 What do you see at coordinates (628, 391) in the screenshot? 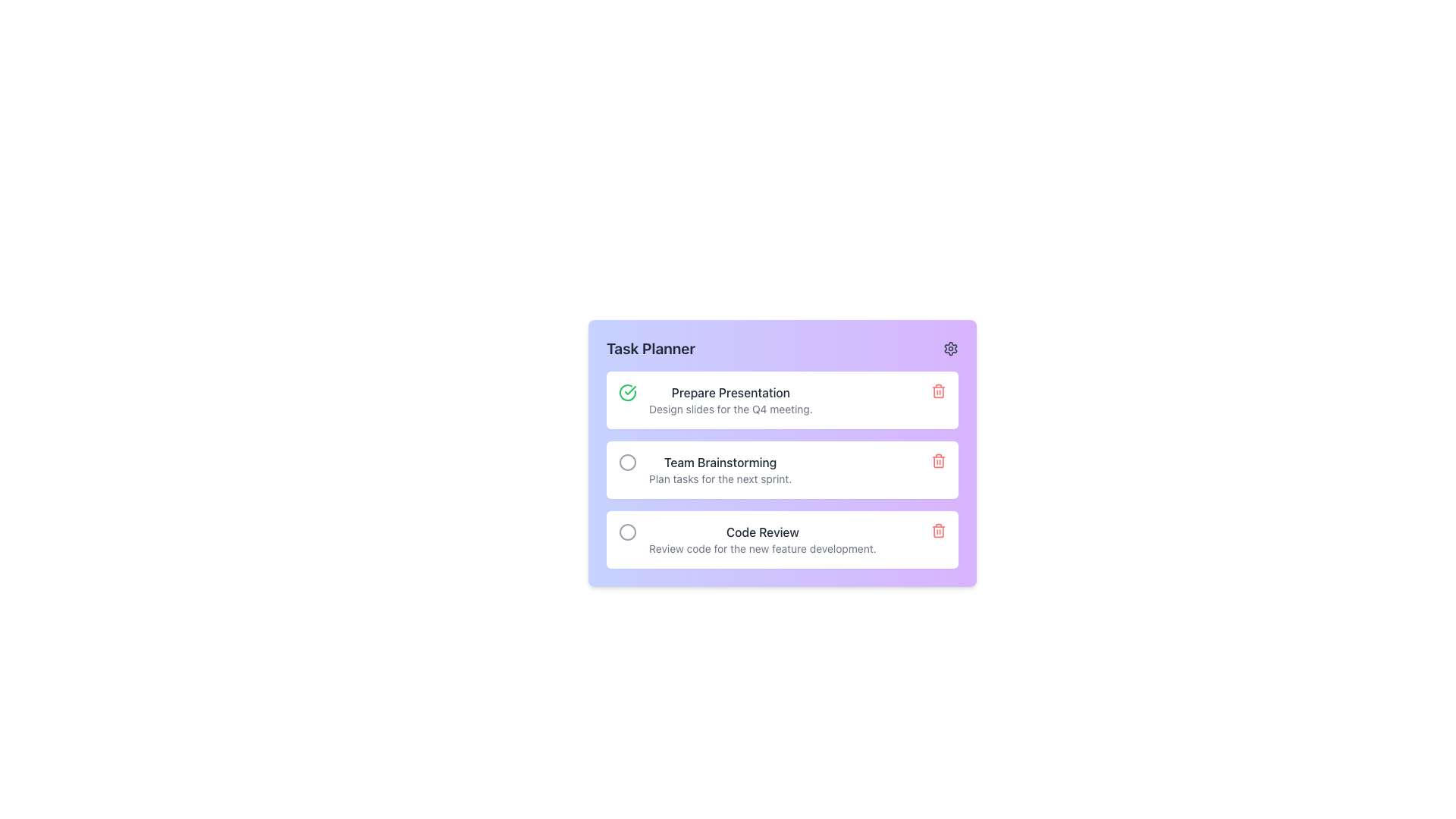
I see `the circular icon with a checkmark inside, located to the left of the text 'Prepare Presentation' in the 'Task Planner' list` at bounding box center [628, 391].